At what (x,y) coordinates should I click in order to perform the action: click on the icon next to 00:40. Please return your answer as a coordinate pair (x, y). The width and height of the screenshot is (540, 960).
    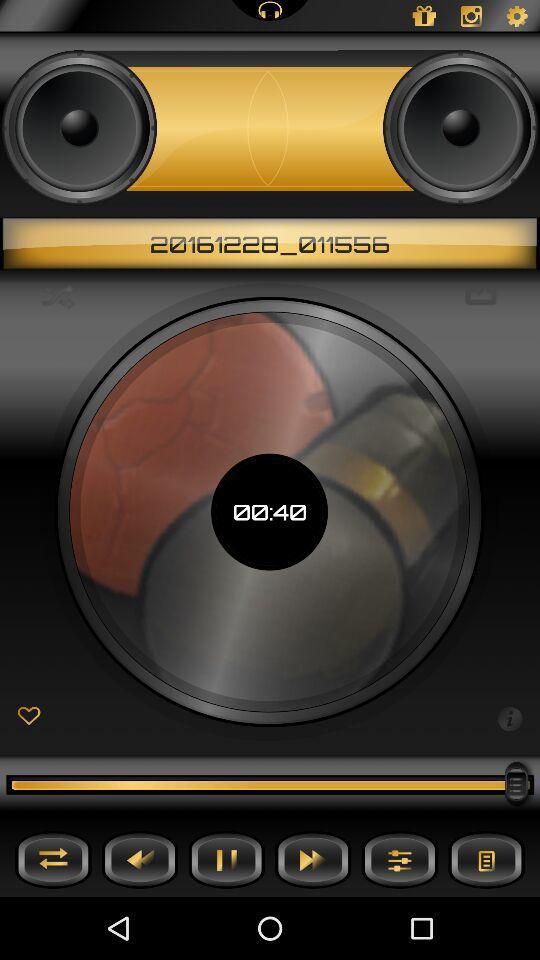
    Looking at the image, I should click on (480, 295).